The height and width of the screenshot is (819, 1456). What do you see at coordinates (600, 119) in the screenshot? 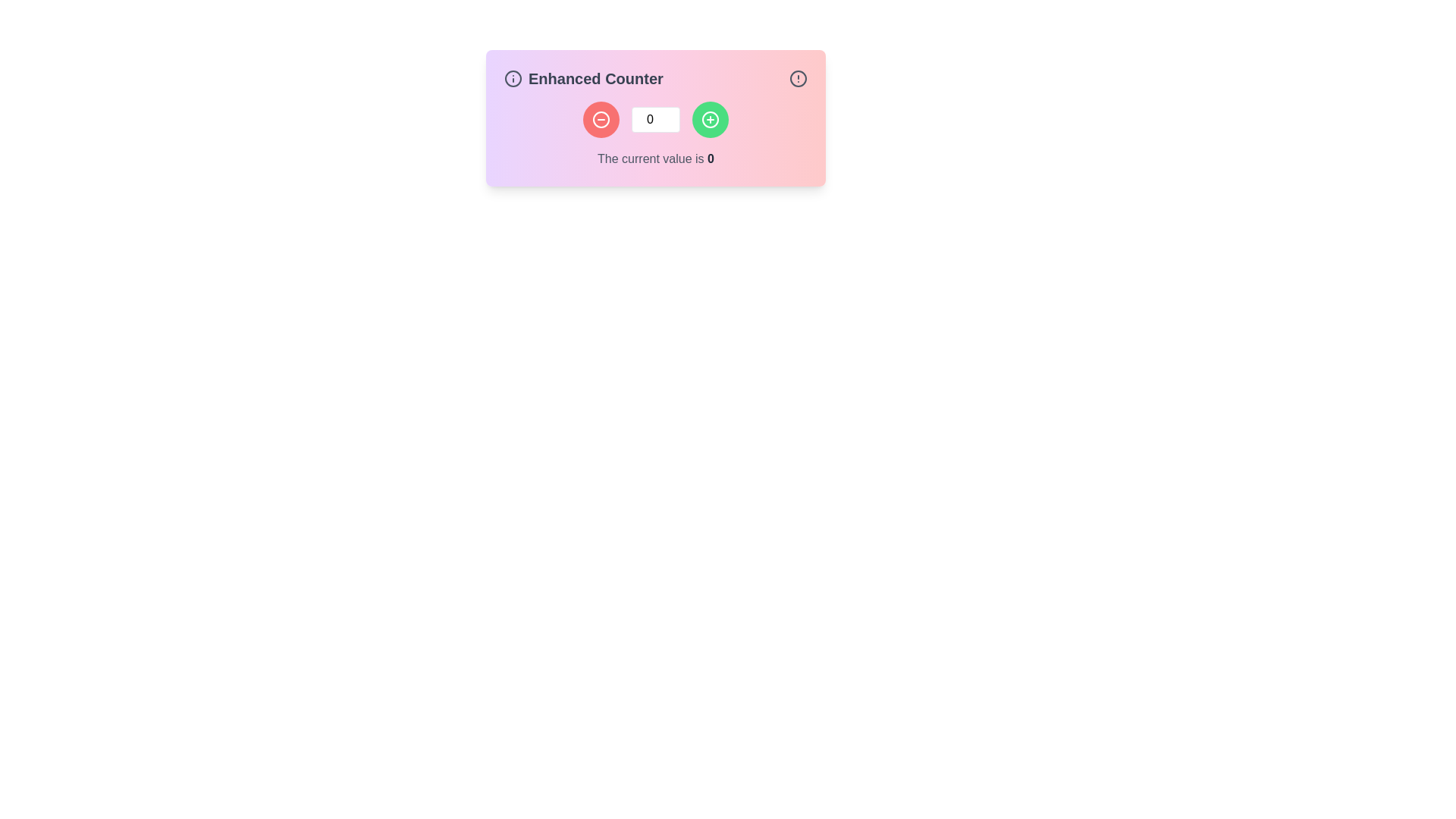
I see `the decorative SVG Circle located in the upper-left section of the interface, surrounded by a plus button and a central value display` at bounding box center [600, 119].